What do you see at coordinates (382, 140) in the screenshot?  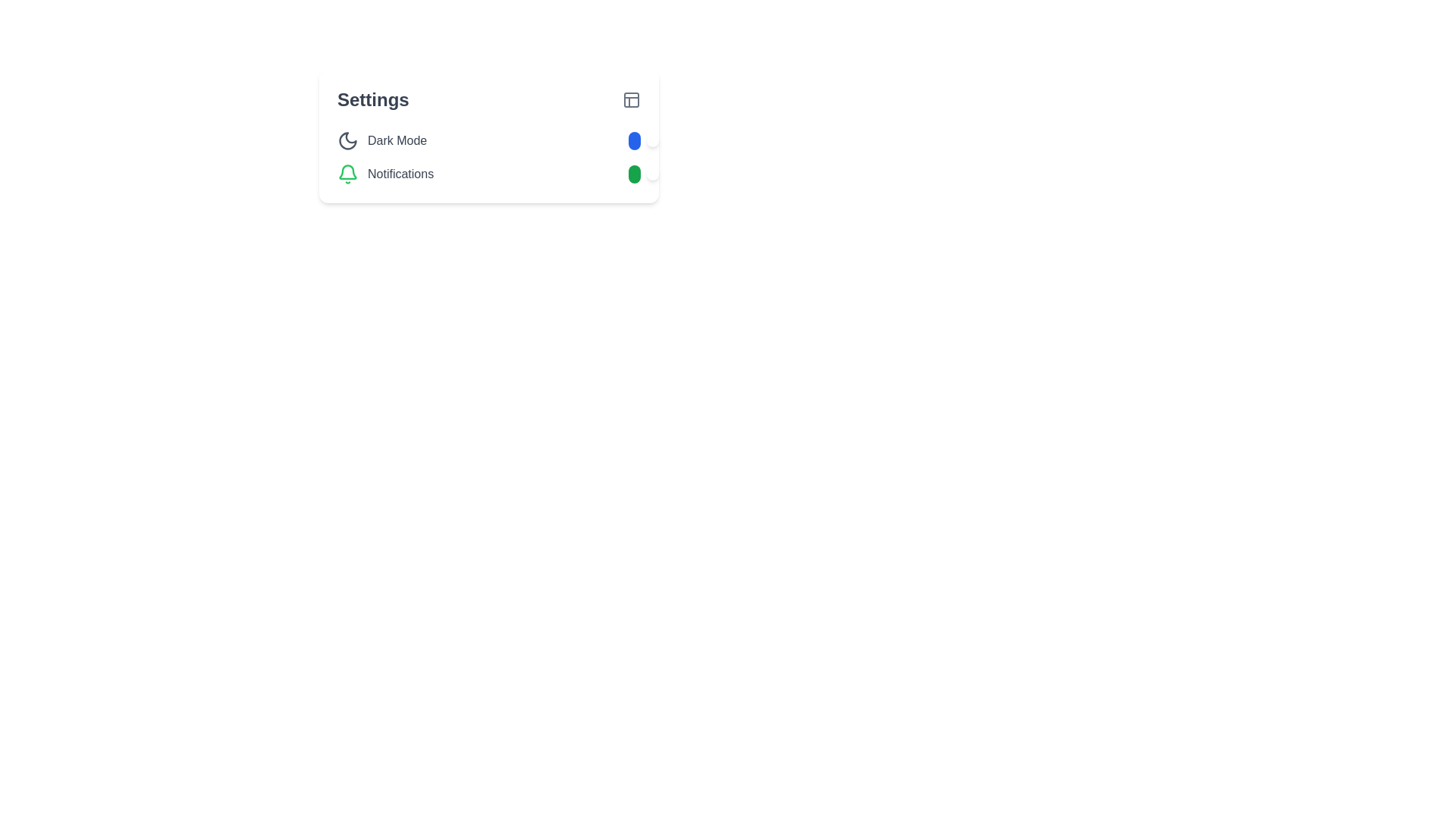 I see `the 'Dark Mode' label icon in the settings menu` at bounding box center [382, 140].